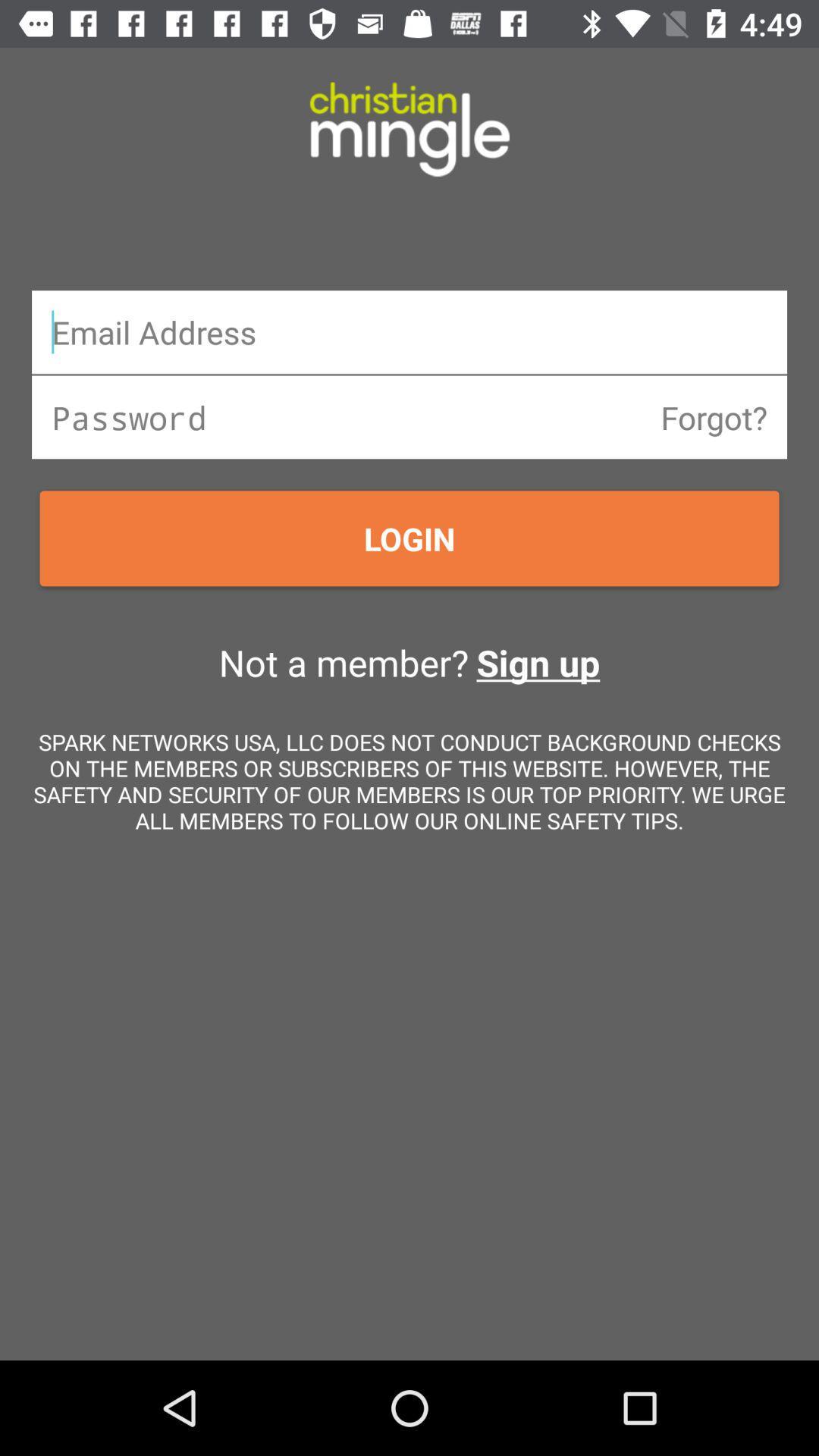 This screenshot has width=819, height=1456. Describe the element at coordinates (409, 331) in the screenshot. I see `email address` at that location.